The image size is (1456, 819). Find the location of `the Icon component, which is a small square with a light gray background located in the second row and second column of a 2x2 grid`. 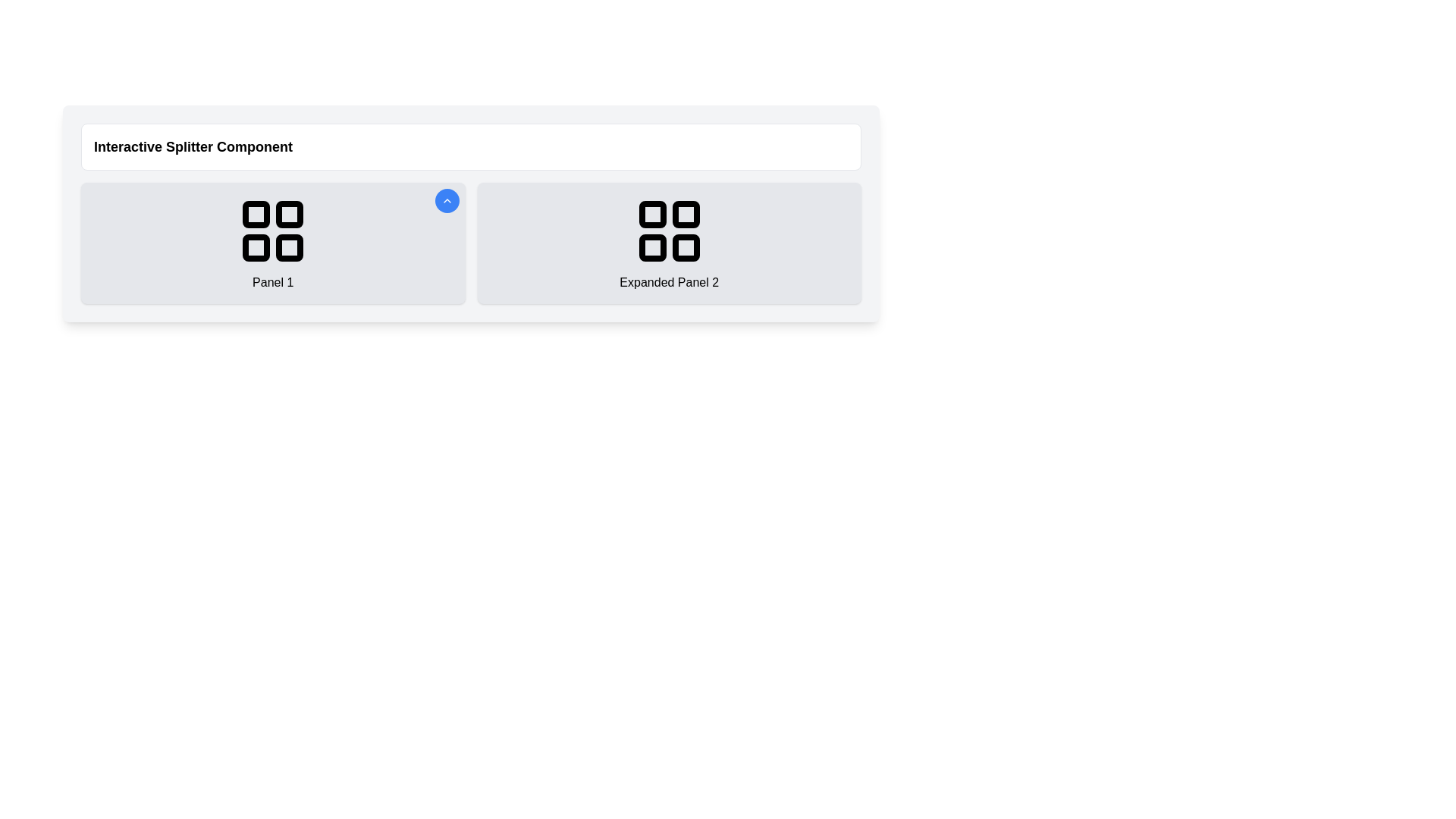

the Icon component, which is a small square with a light gray background located in the second row and second column of a 2x2 grid is located at coordinates (290, 247).